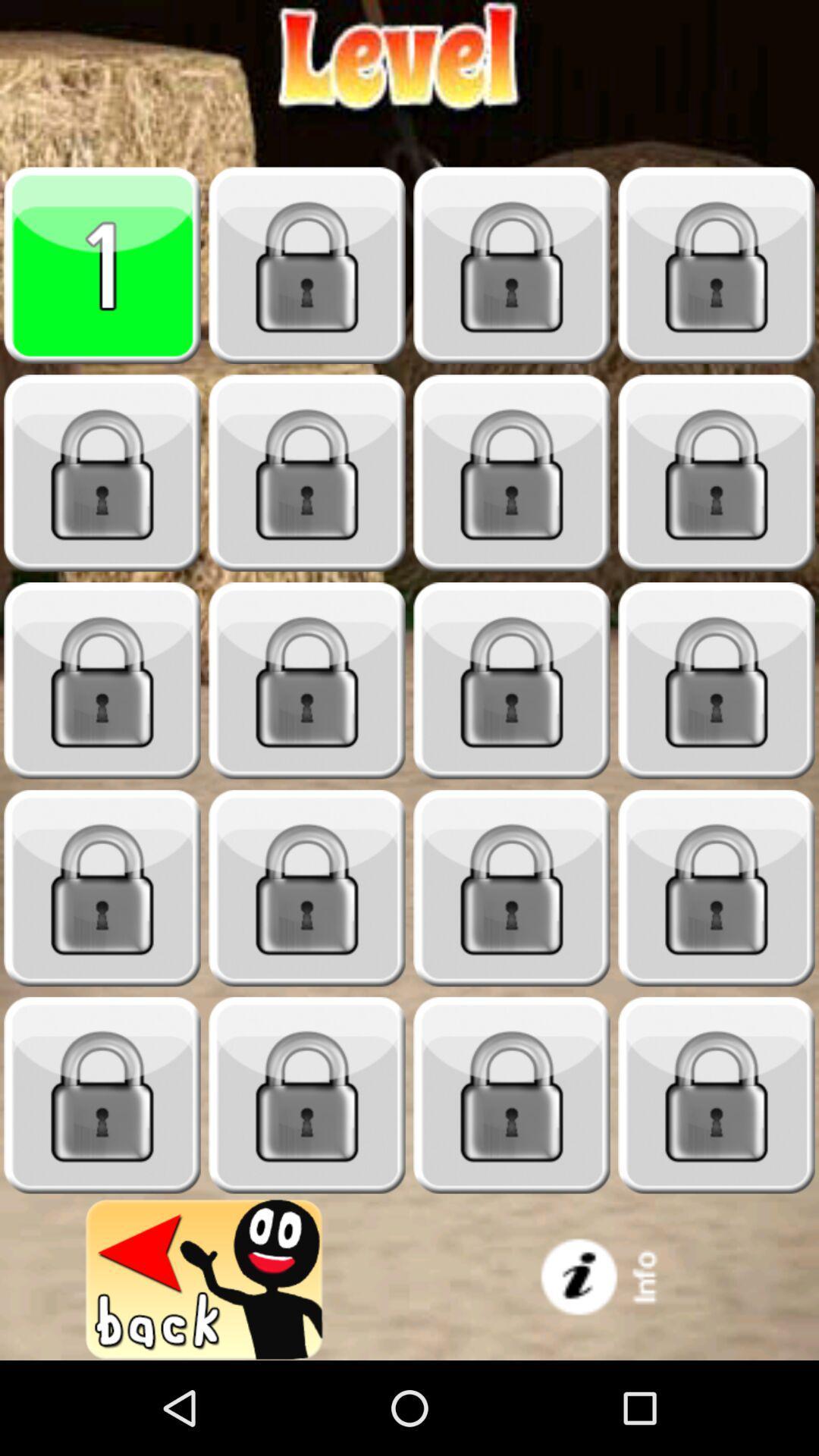  I want to click on next level, so click(307, 680).